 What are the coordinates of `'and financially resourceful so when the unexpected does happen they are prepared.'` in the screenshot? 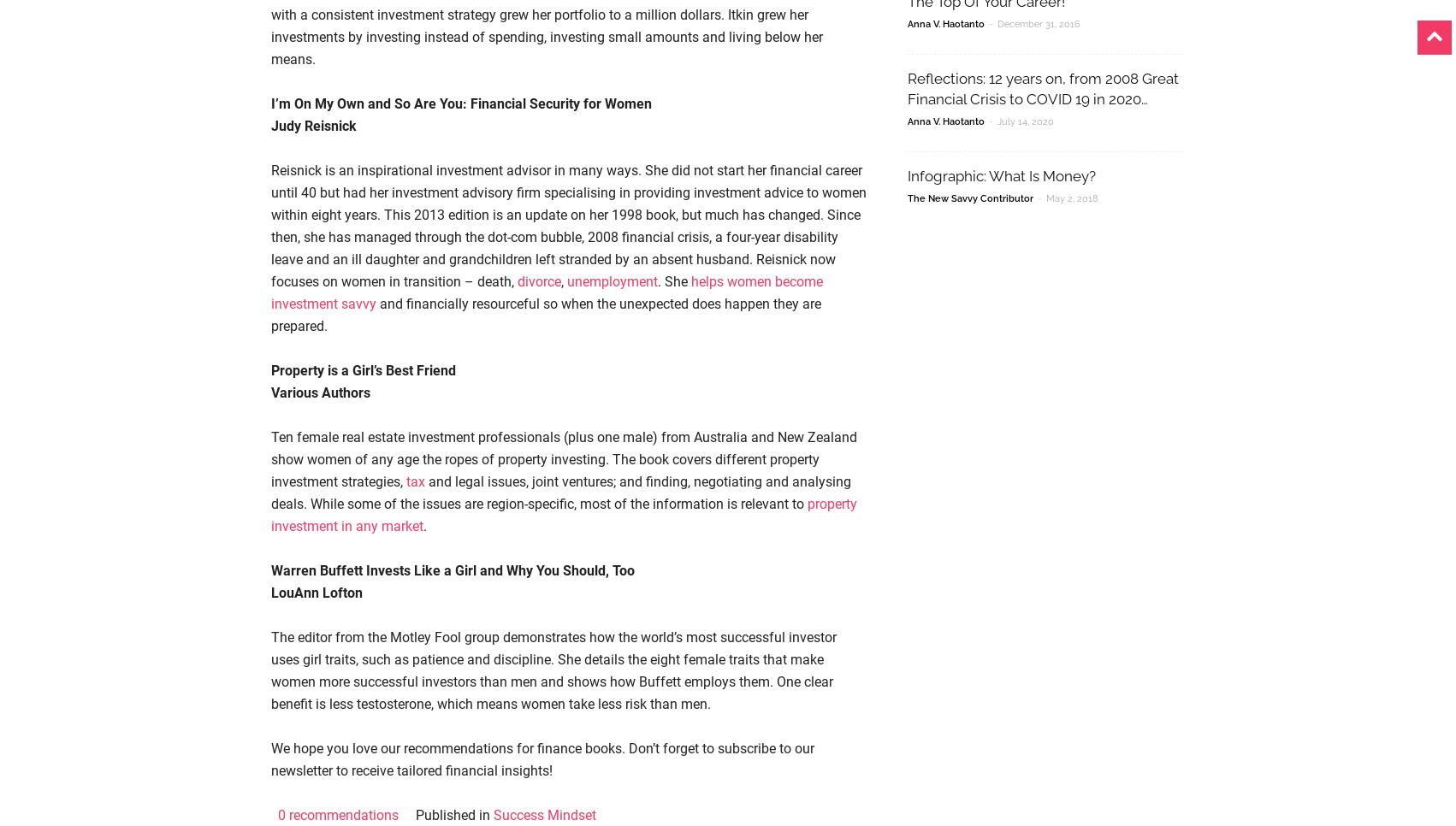 It's located at (546, 314).